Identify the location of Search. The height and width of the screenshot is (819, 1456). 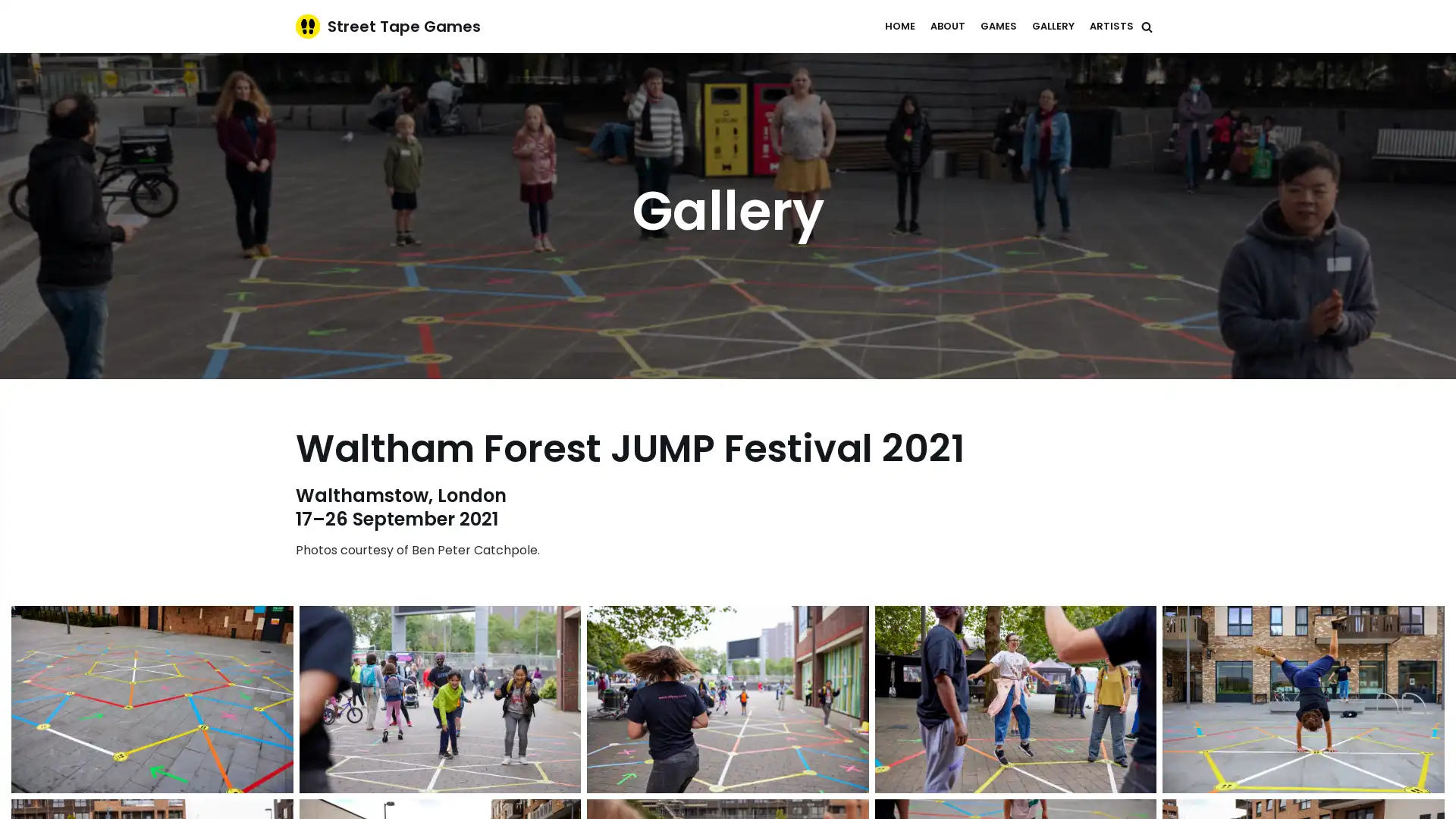
(1147, 27).